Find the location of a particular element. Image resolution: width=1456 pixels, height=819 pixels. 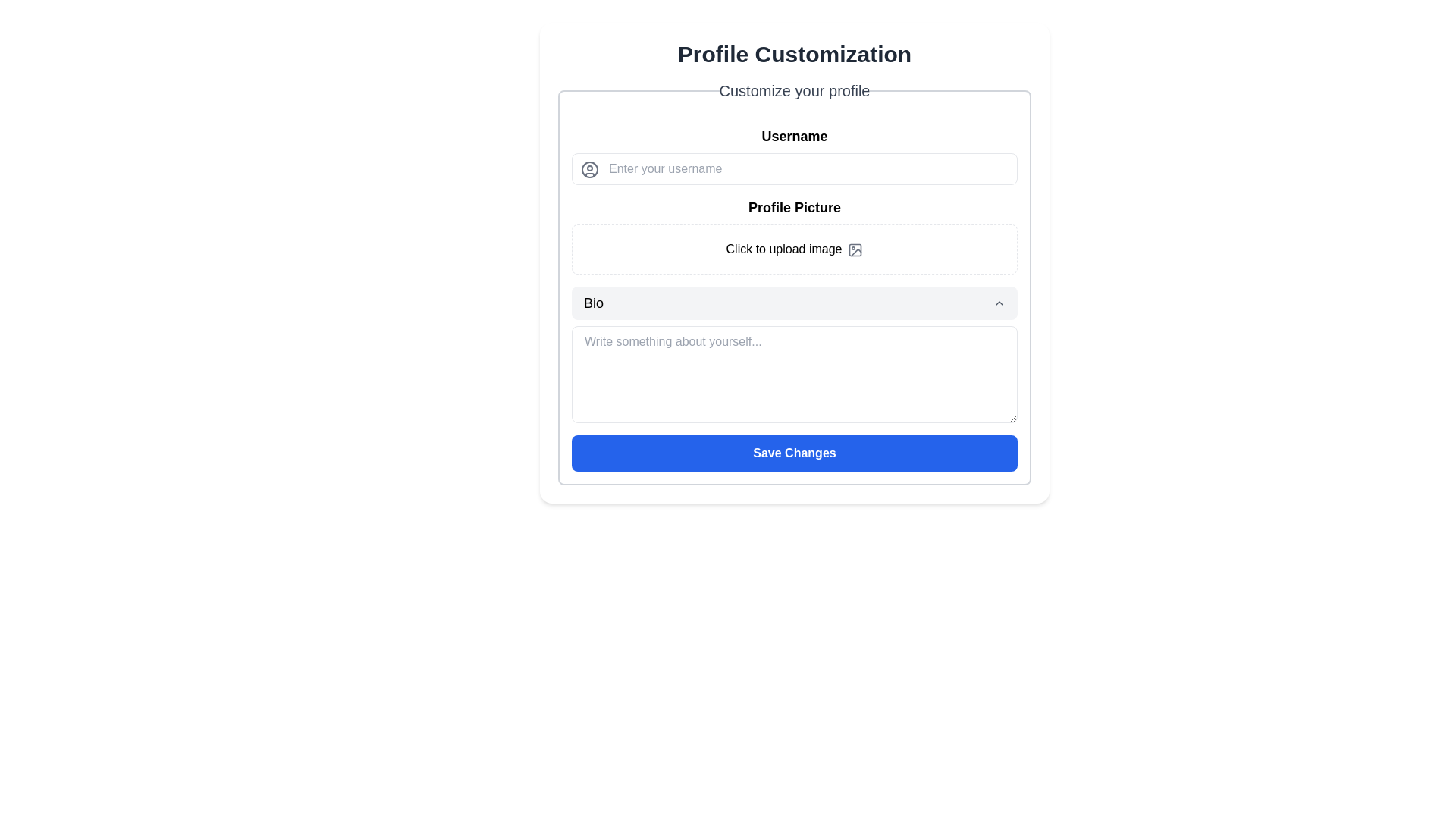

the 'Username' text label, which is styled in a bold, large font and serves as a header for the username input field in the profile customization interface is located at coordinates (793, 136).